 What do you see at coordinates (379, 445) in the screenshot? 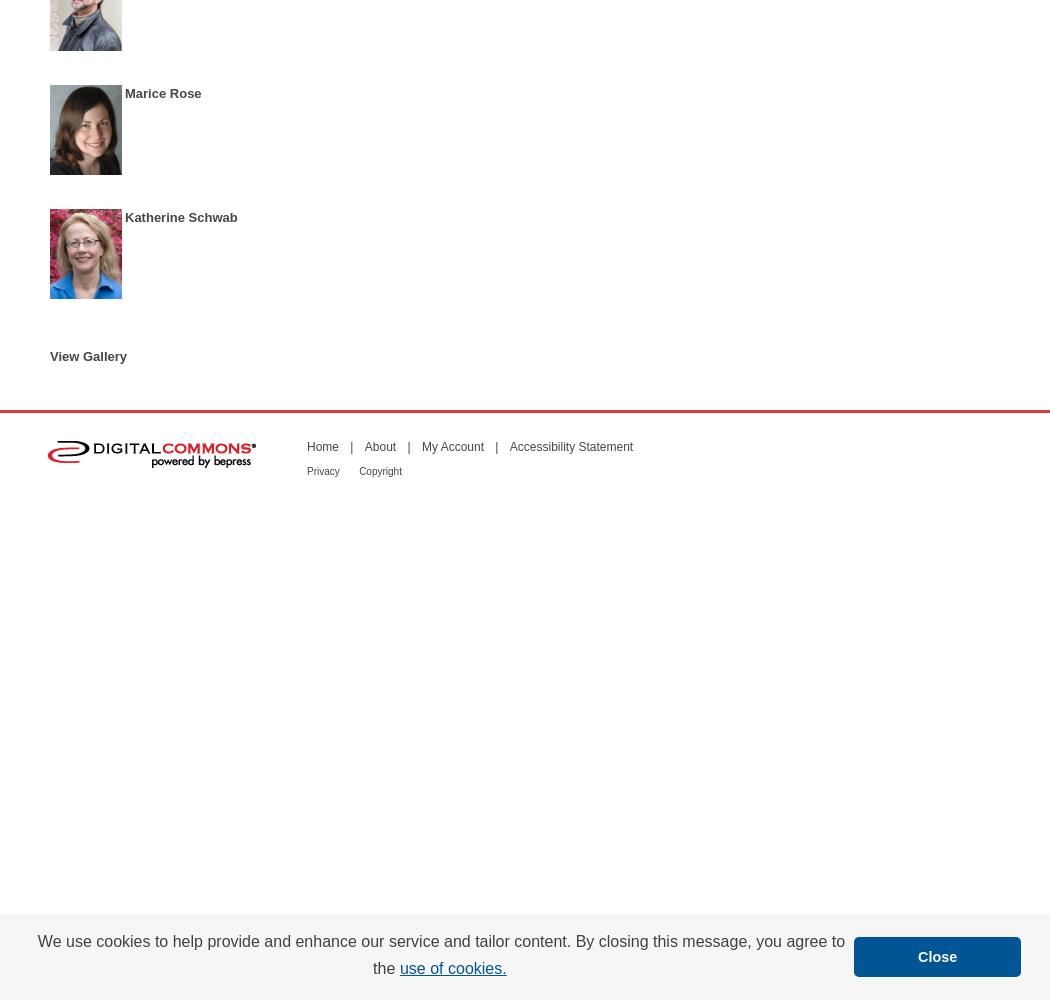
I see `'About'` at bounding box center [379, 445].